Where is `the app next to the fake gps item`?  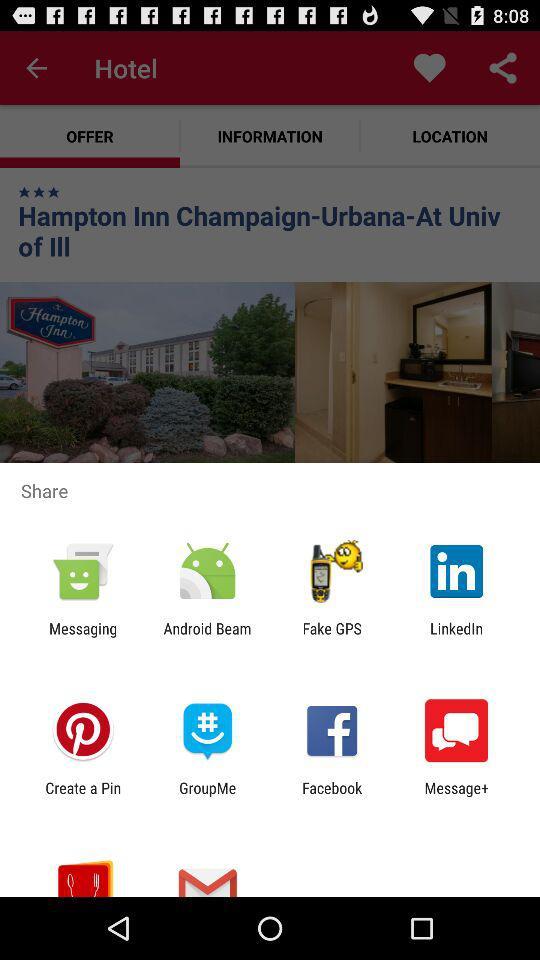 the app next to the fake gps item is located at coordinates (206, 636).